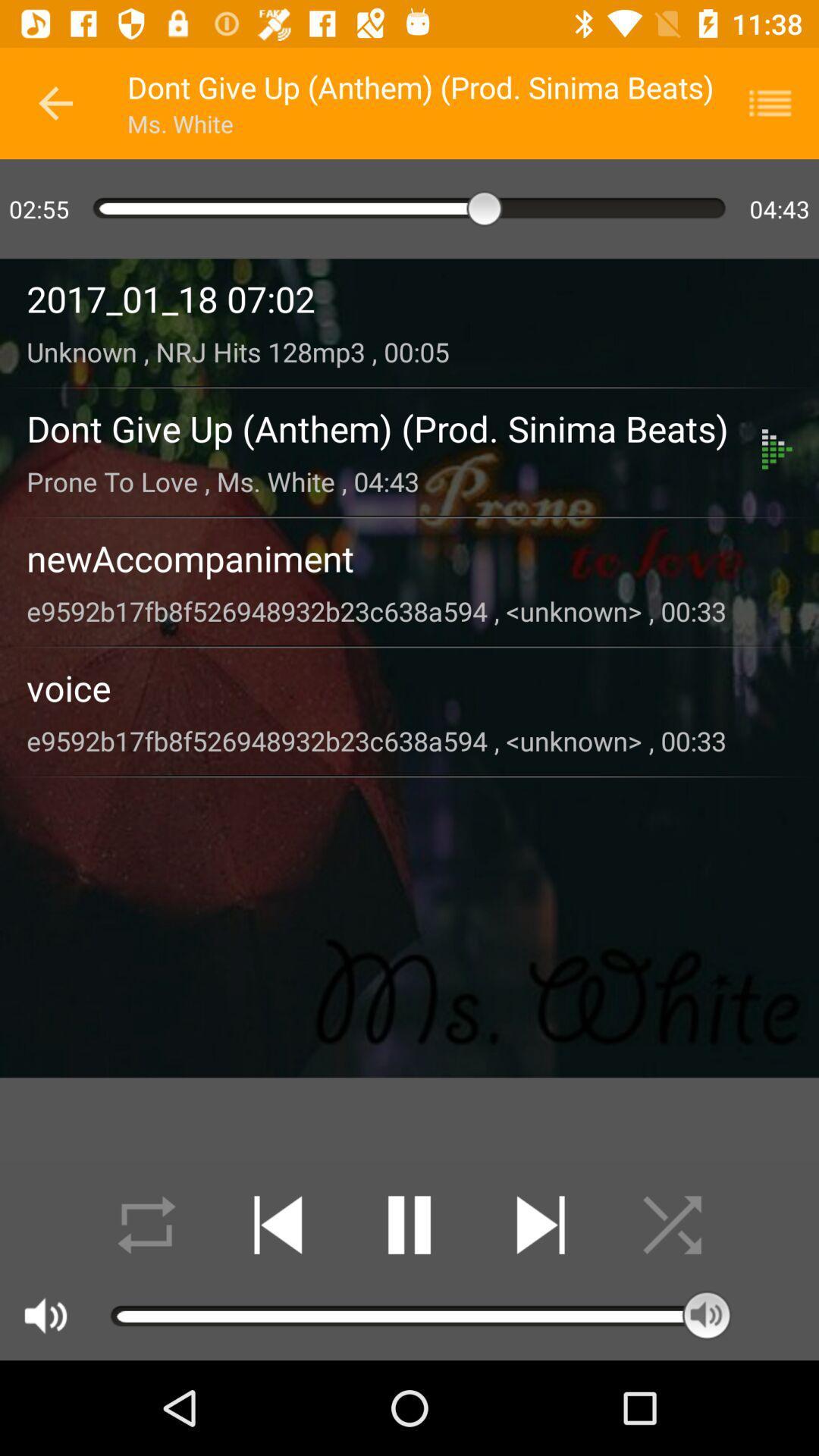 This screenshot has width=819, height=1456. What do you see at coordinates (409, 1225) in the screenshot?
I see `pause music` at bounding box center [409, 1225].